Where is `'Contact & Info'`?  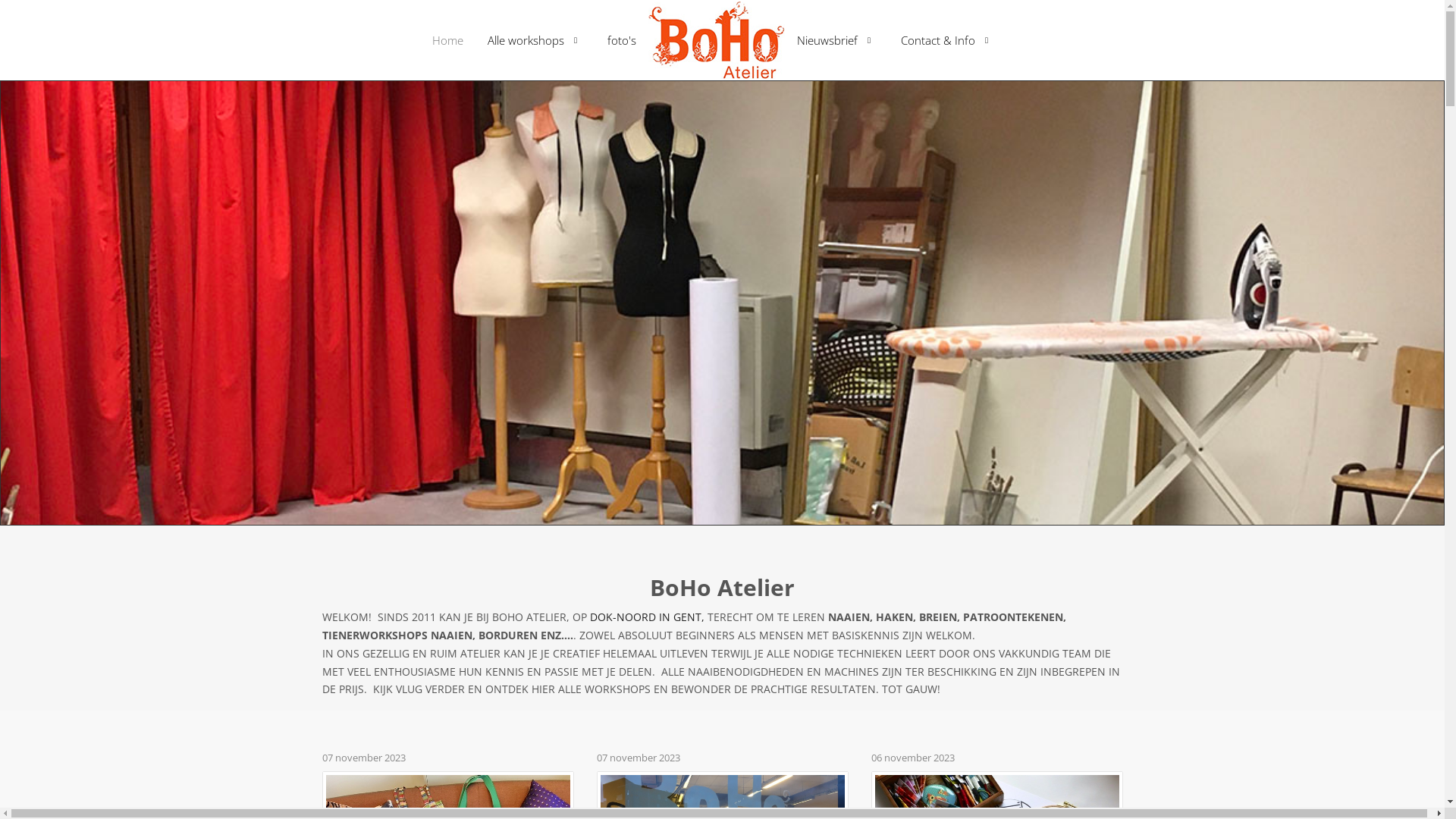 'Contact & Info' is located at coordinates (888, 39).